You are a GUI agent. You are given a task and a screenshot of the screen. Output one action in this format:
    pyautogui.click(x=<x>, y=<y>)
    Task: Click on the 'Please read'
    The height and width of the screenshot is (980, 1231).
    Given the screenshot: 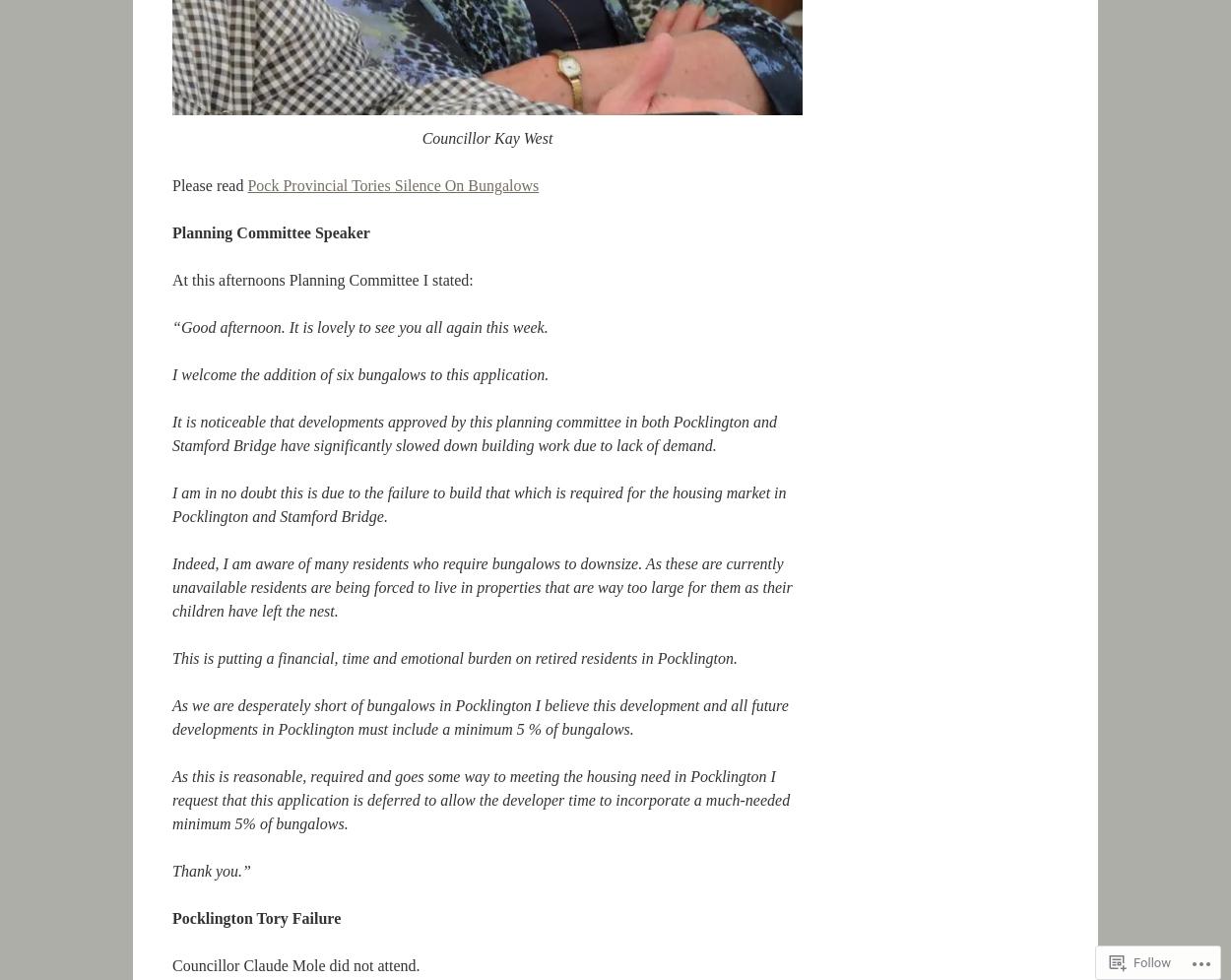 What is the action you would take?
    pyautogui.click(x=209, y=185)
    